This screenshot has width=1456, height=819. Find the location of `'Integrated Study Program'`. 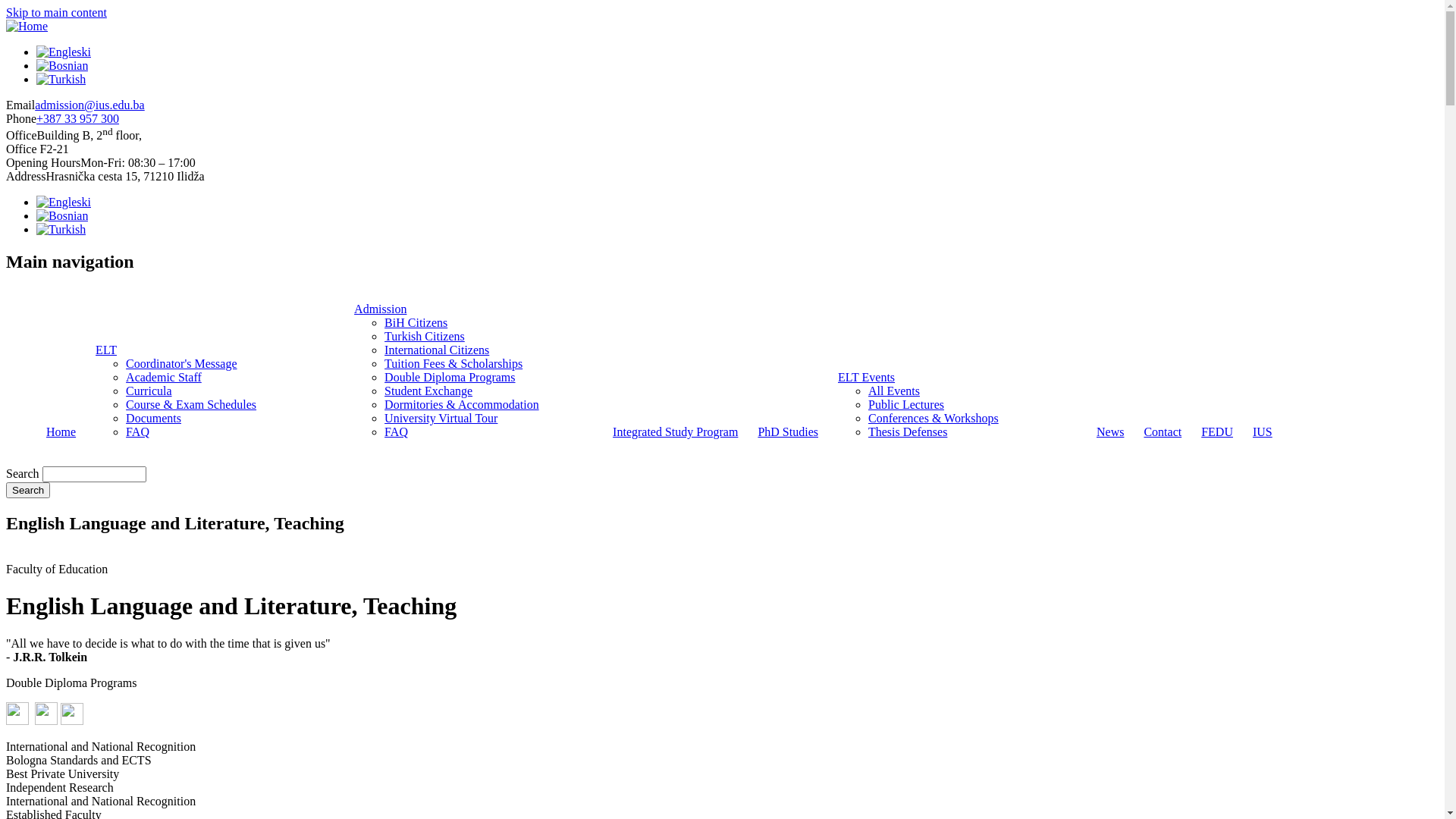

'Integrated Study Program' is located at coordinates (612, 431).